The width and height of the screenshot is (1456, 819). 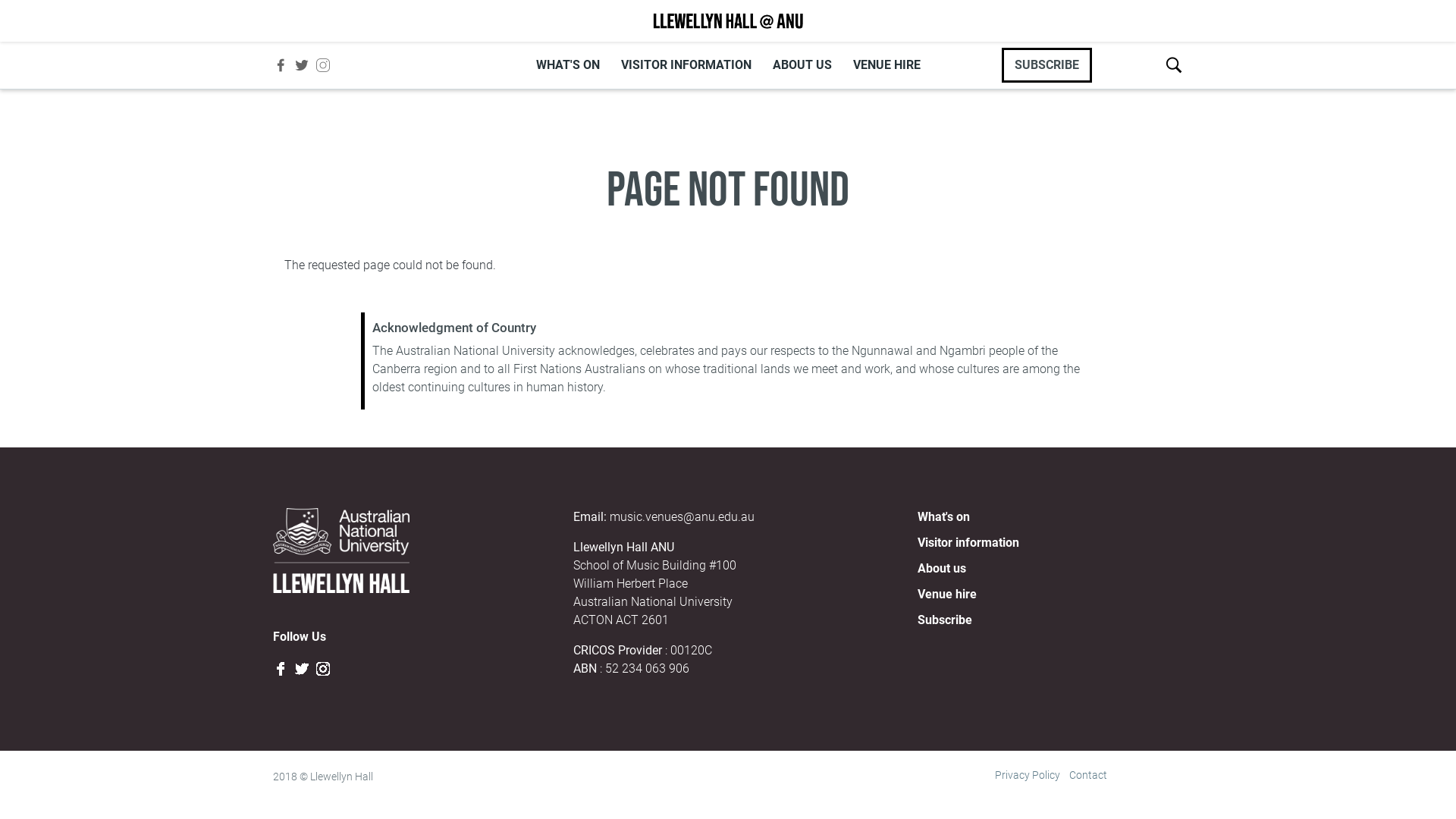 What do you see at coordinates (1087, 775) in the screenshot?
I see `'Contact'` at bounding box center [1087, 775].